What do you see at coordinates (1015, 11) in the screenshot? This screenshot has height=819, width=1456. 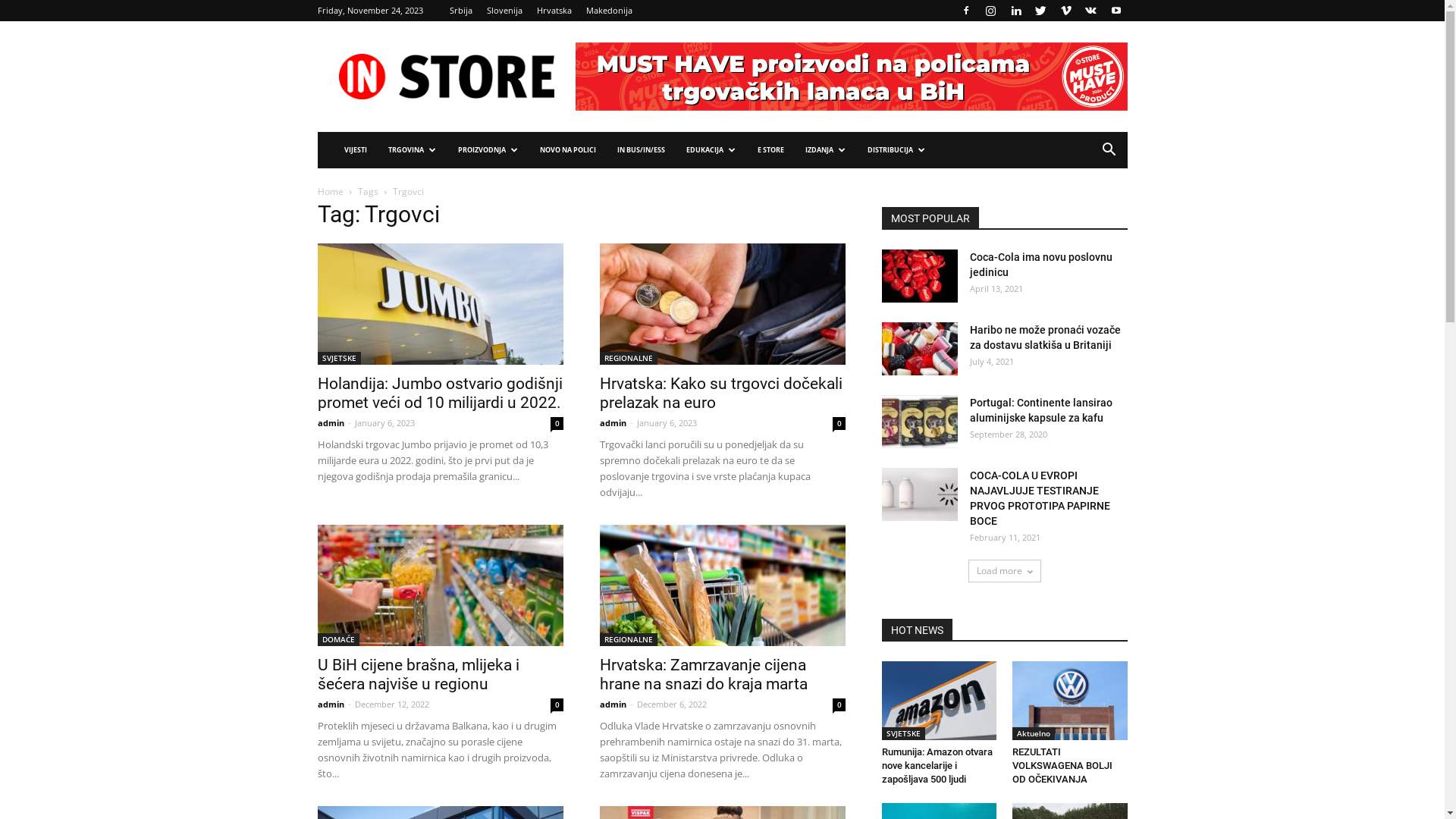 I see `'Linkedin'` at bounding box center [1015, 11].